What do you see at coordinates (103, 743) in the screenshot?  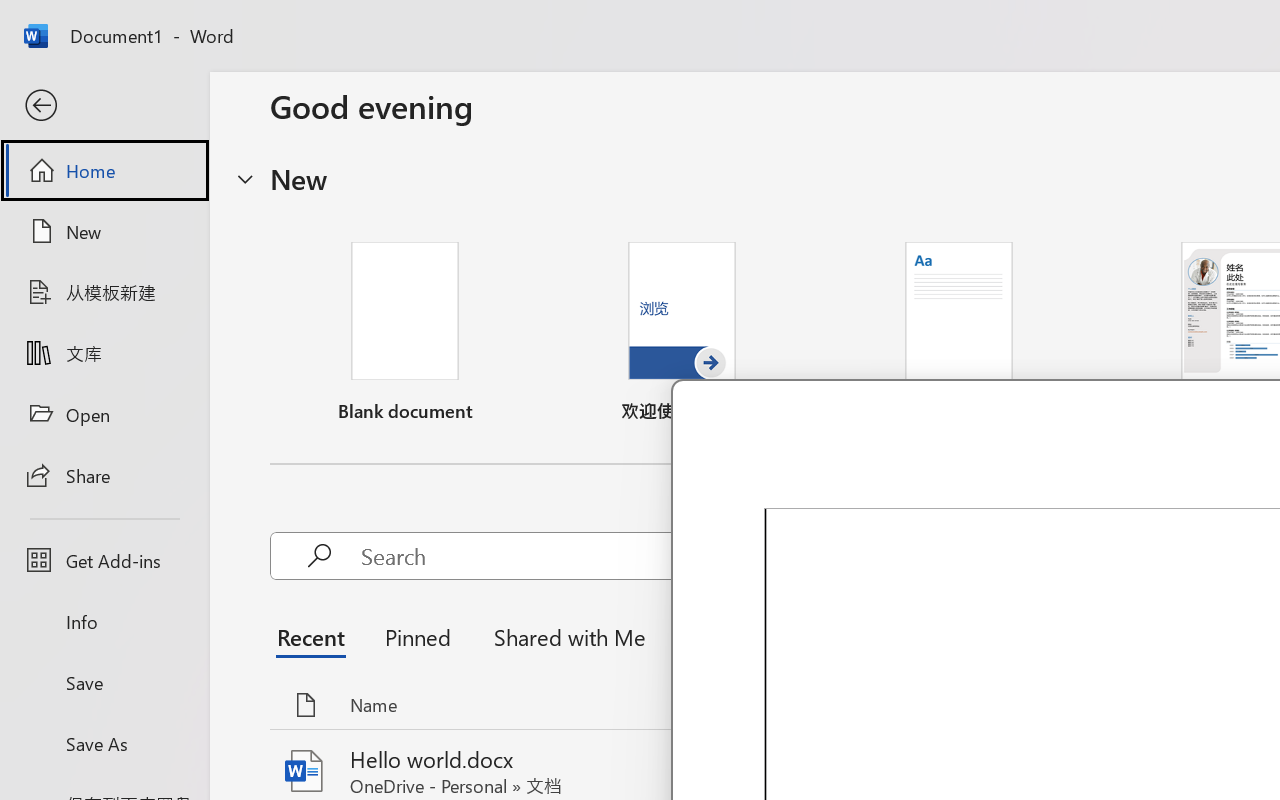 I see `'Save As'` at bounding box center [103, 743].